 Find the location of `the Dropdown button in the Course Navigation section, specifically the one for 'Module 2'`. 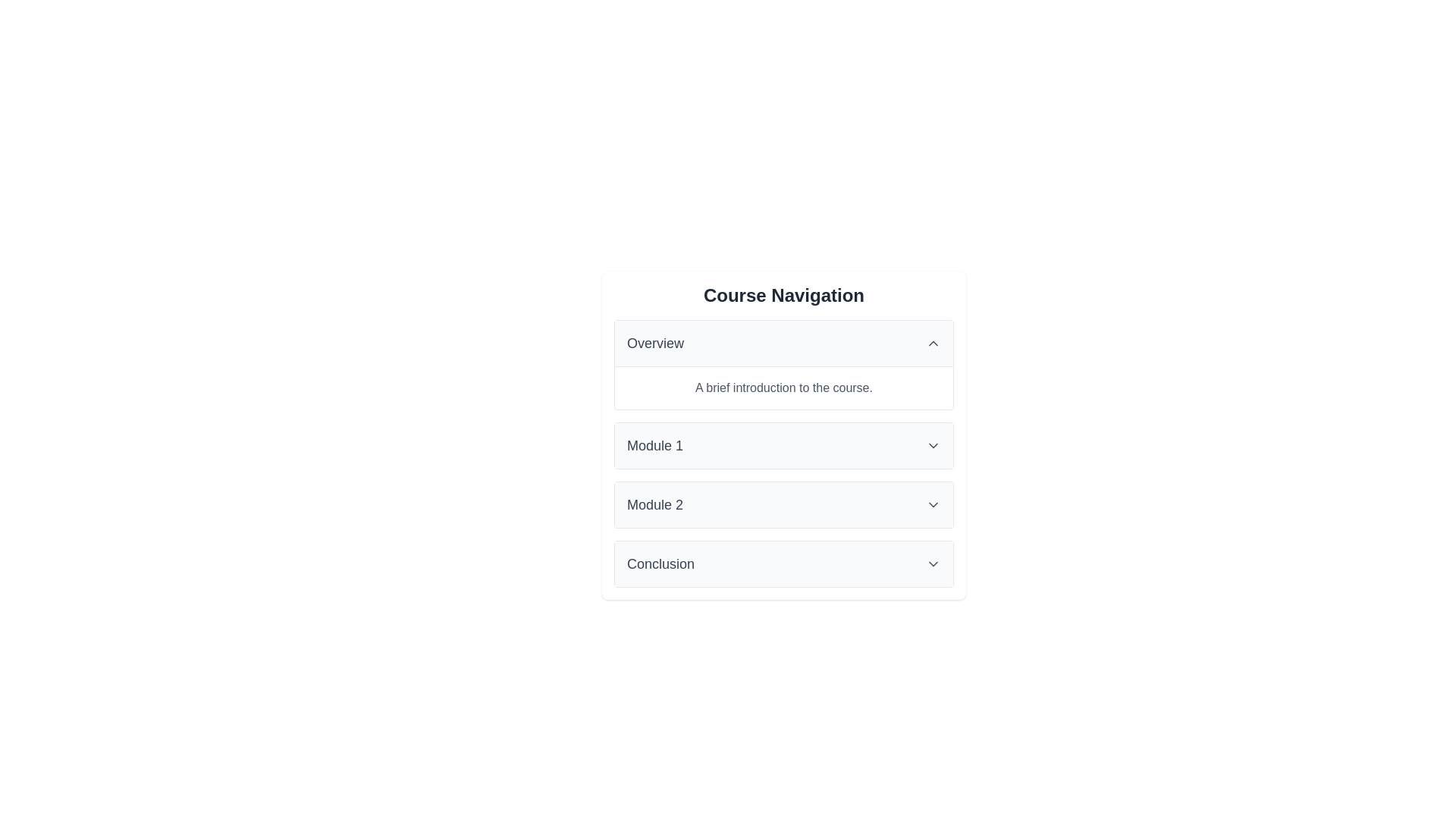

the Dropdown button in the Course Navigation section, specifically the one for 'Module 2' is located at coordinates (783, 505).